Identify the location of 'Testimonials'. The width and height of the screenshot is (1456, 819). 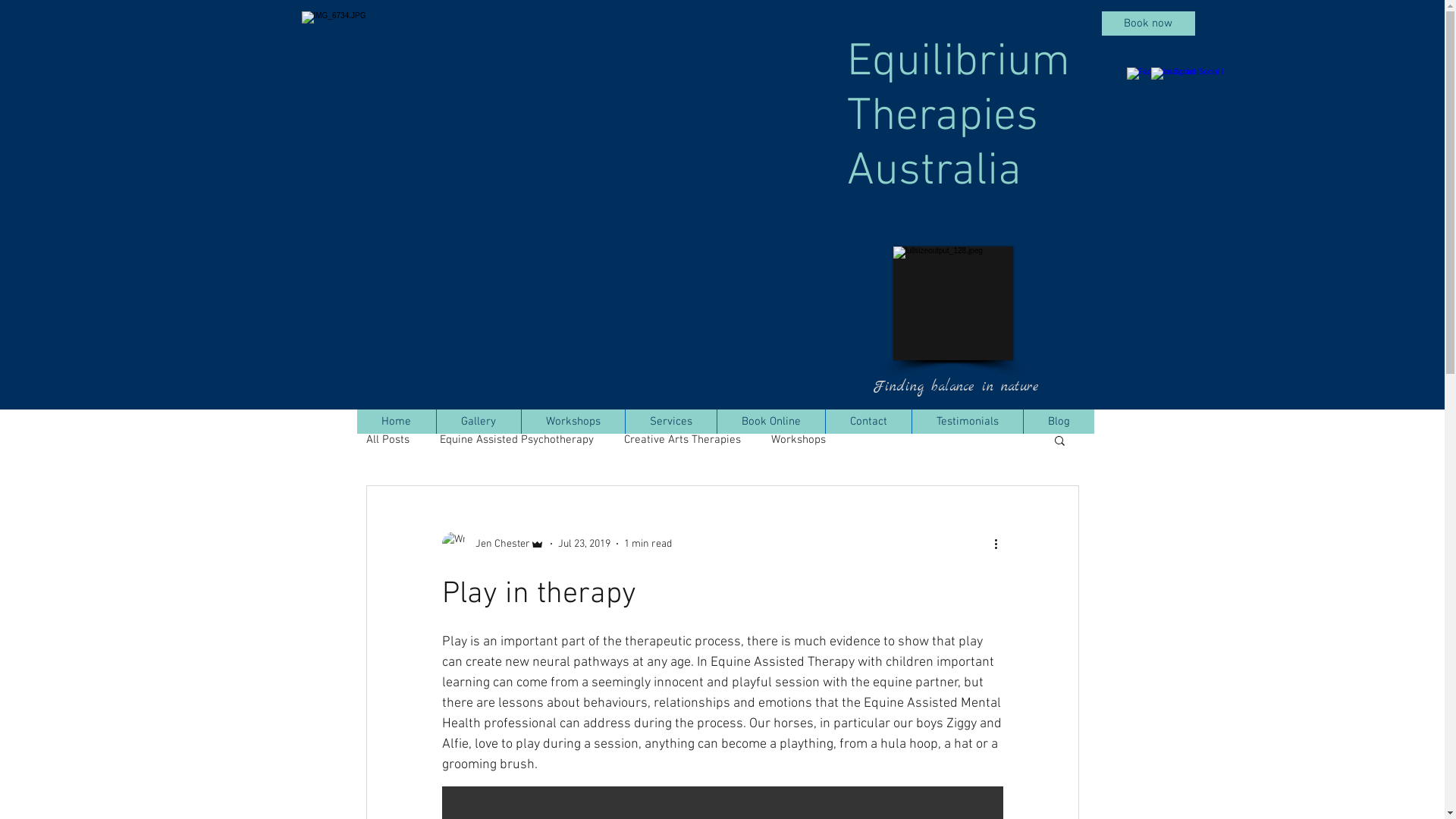
(966, 421).